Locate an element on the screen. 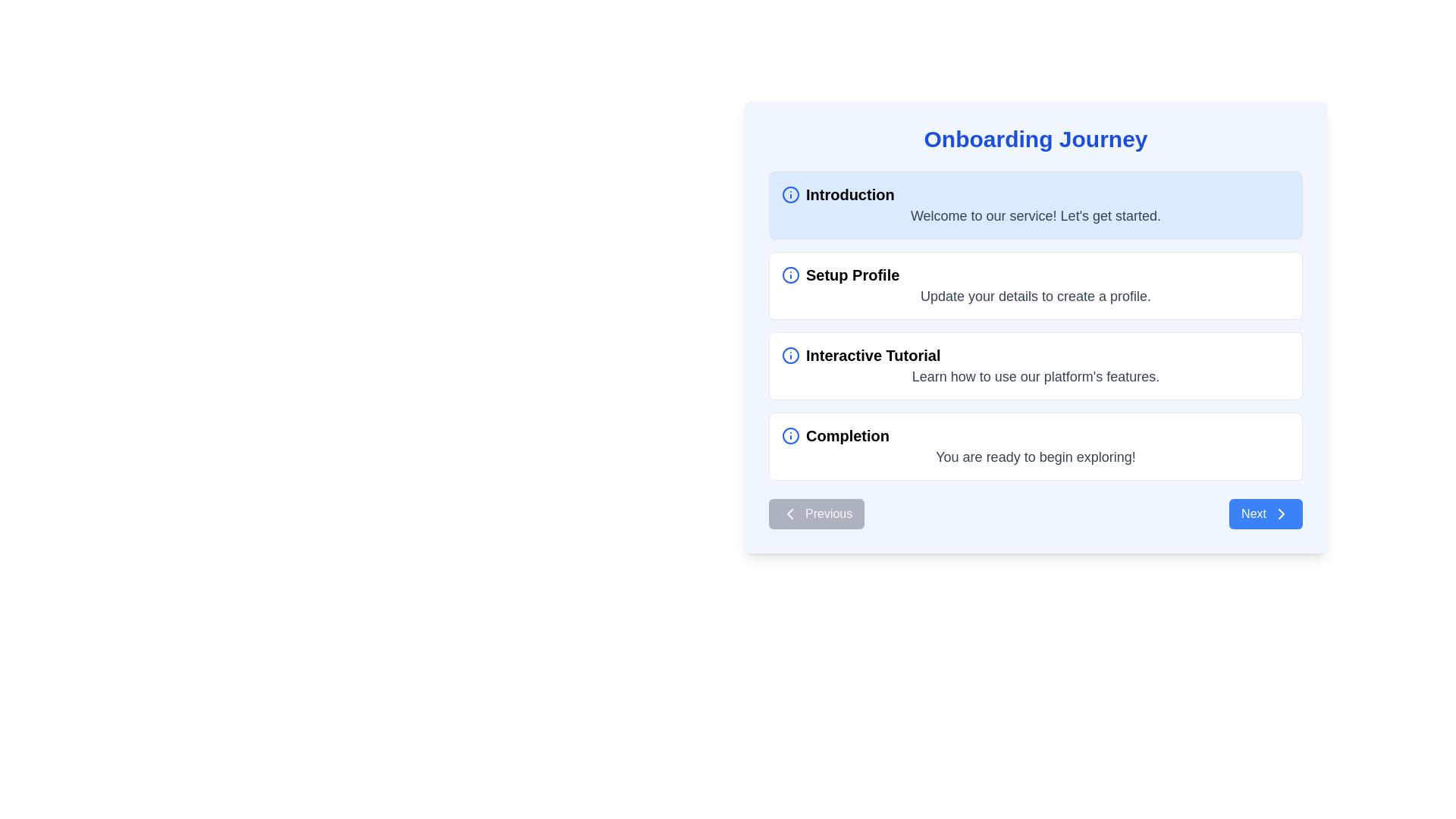  the informational icon located at the top left corner of the 'Introduction' card in the onboarding interface, adjacent to the 'Introduction' label text is located at coordinates (789, 194).